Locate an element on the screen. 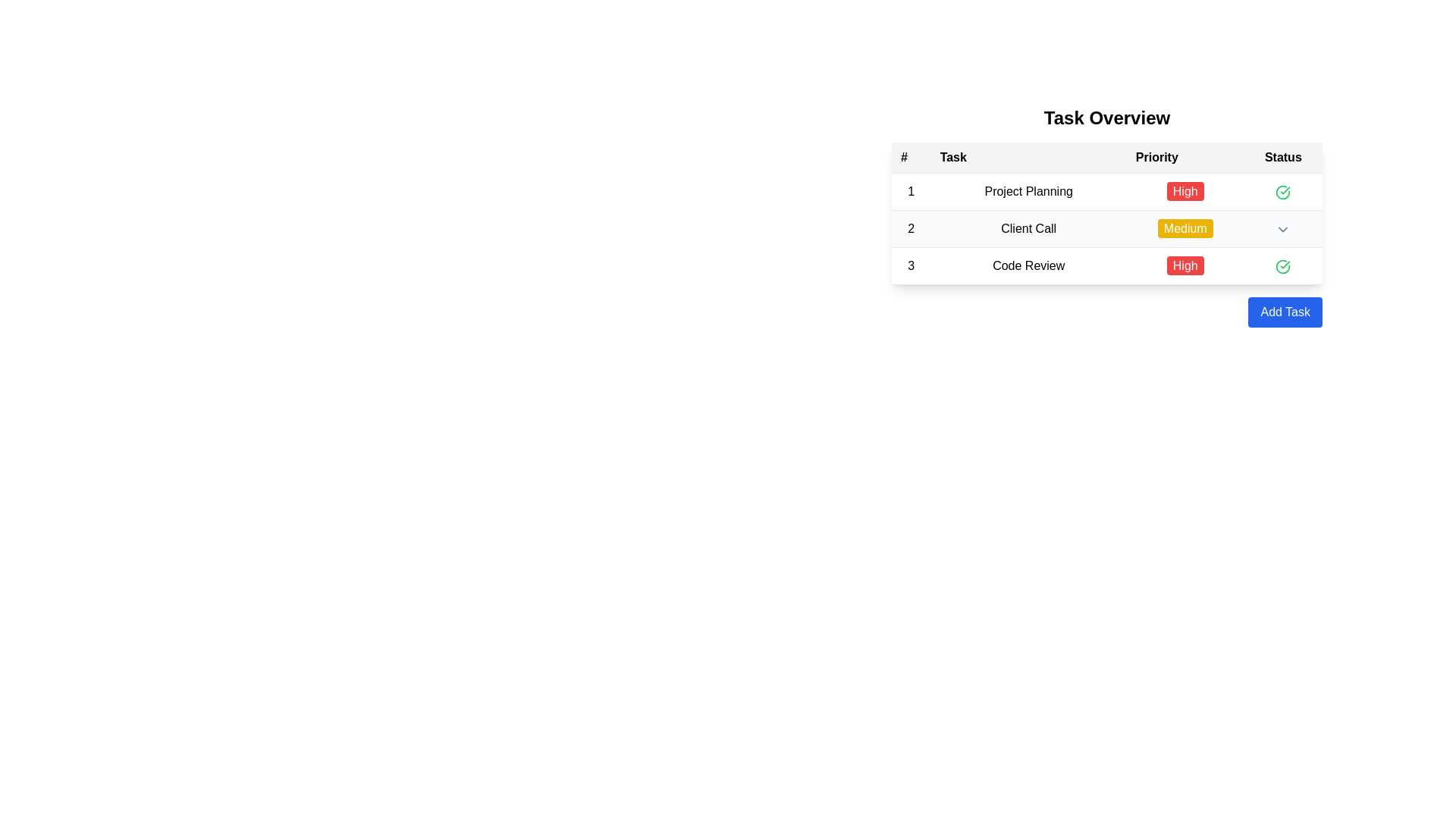 This screenshot has height=819, width=1456. the 'High' priority label in the third row of the table for the task 'Code Review', which serves as a visual cue for the task's urgency is located at coordinates (1185, 265).